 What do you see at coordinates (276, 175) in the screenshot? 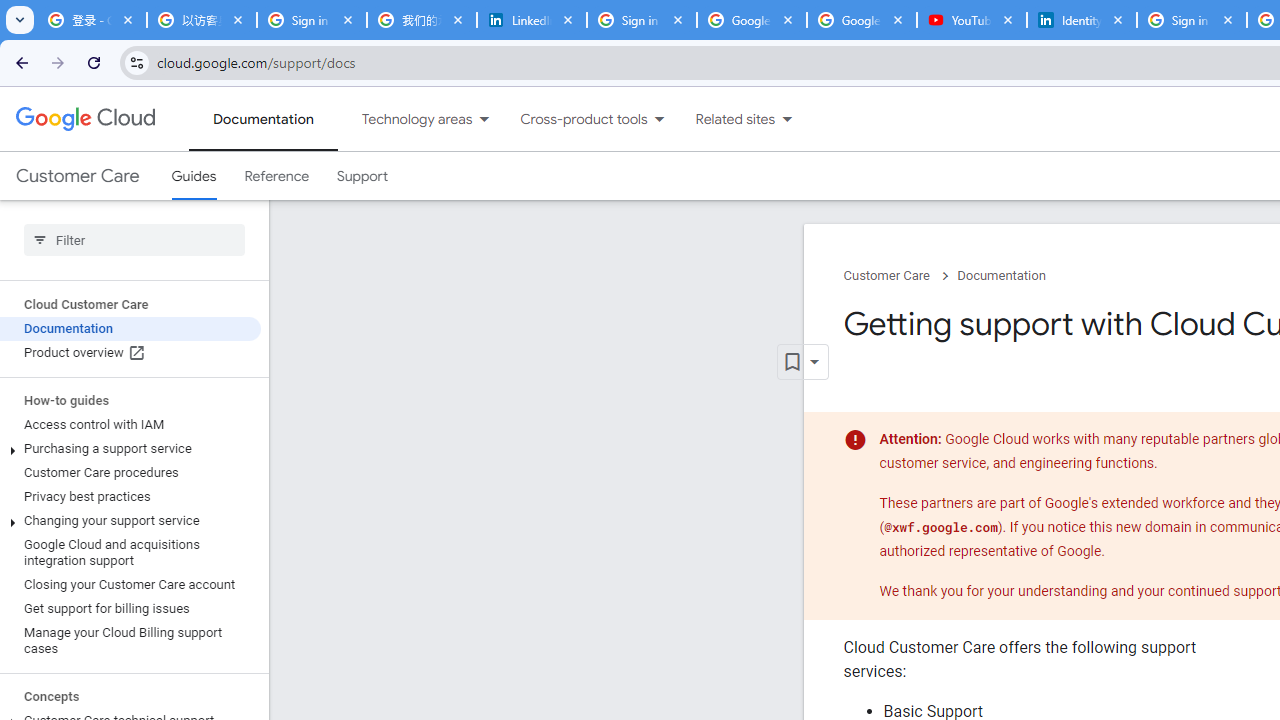
I see `'Reference'` at bounding box center [276, 175].